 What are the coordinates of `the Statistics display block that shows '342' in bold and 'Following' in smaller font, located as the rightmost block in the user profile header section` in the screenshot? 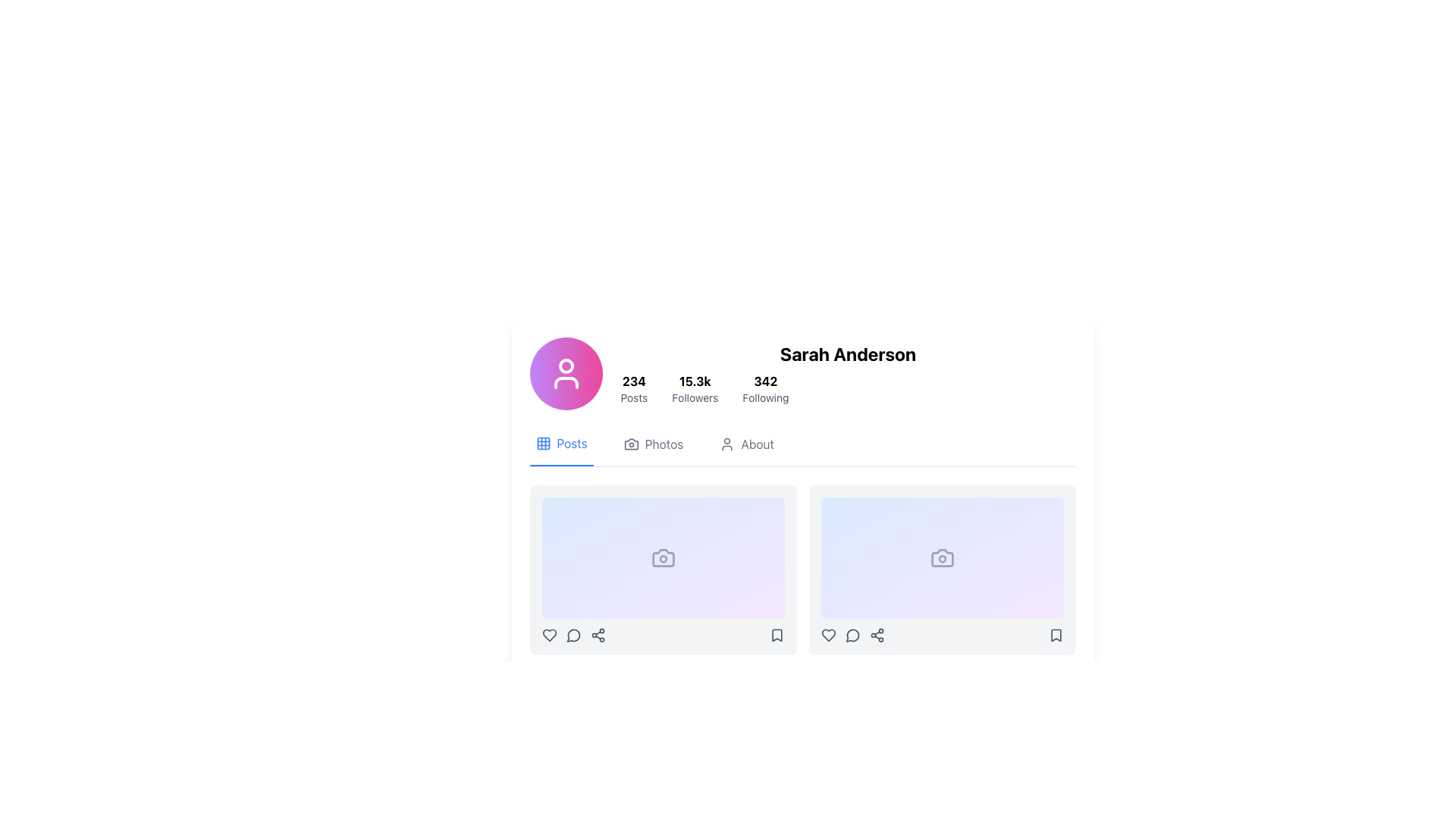 It's located at (765, 388).